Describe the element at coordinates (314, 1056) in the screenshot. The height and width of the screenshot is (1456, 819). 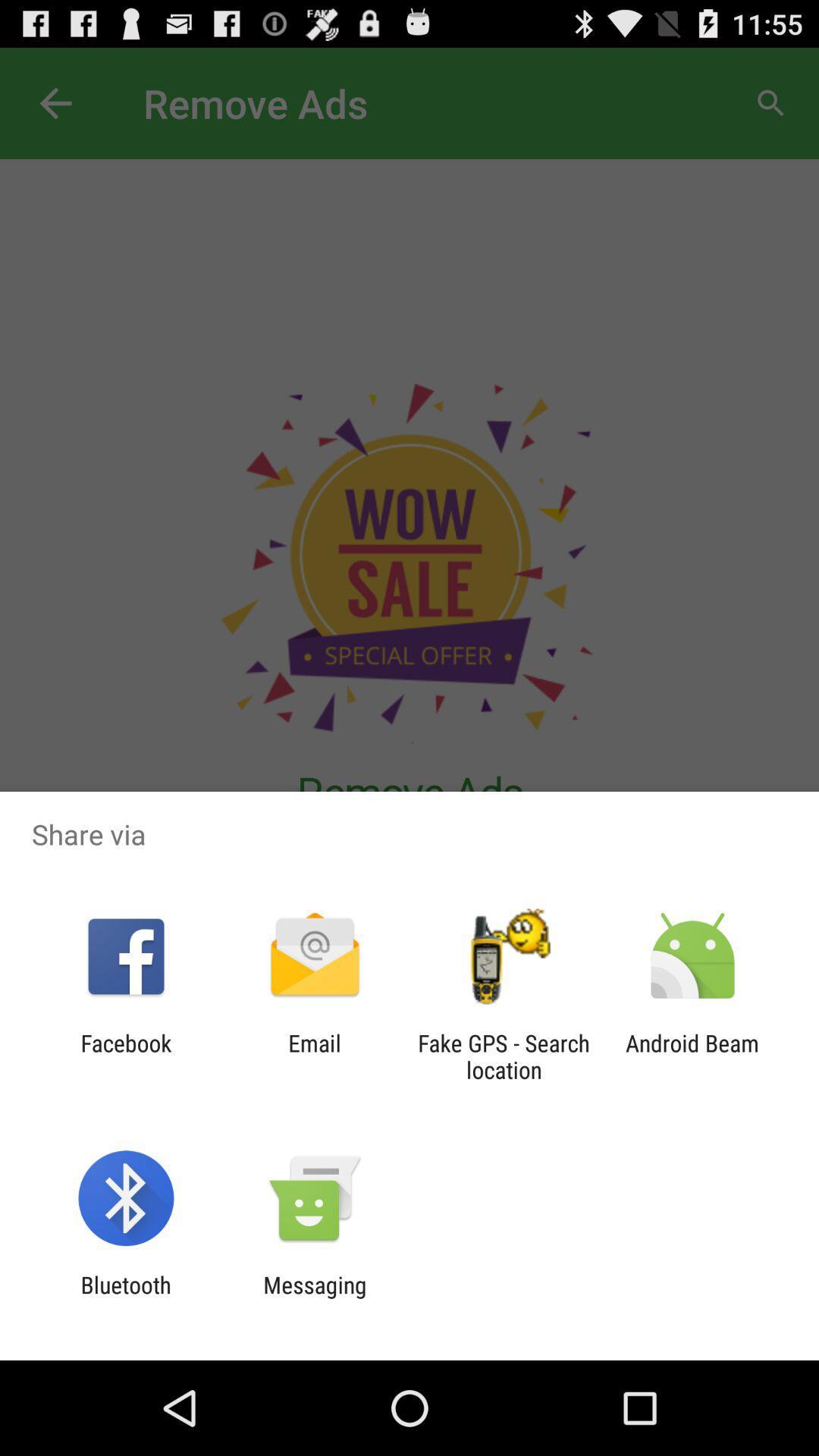
I see `the icon to the right of facebook icon` at that location.